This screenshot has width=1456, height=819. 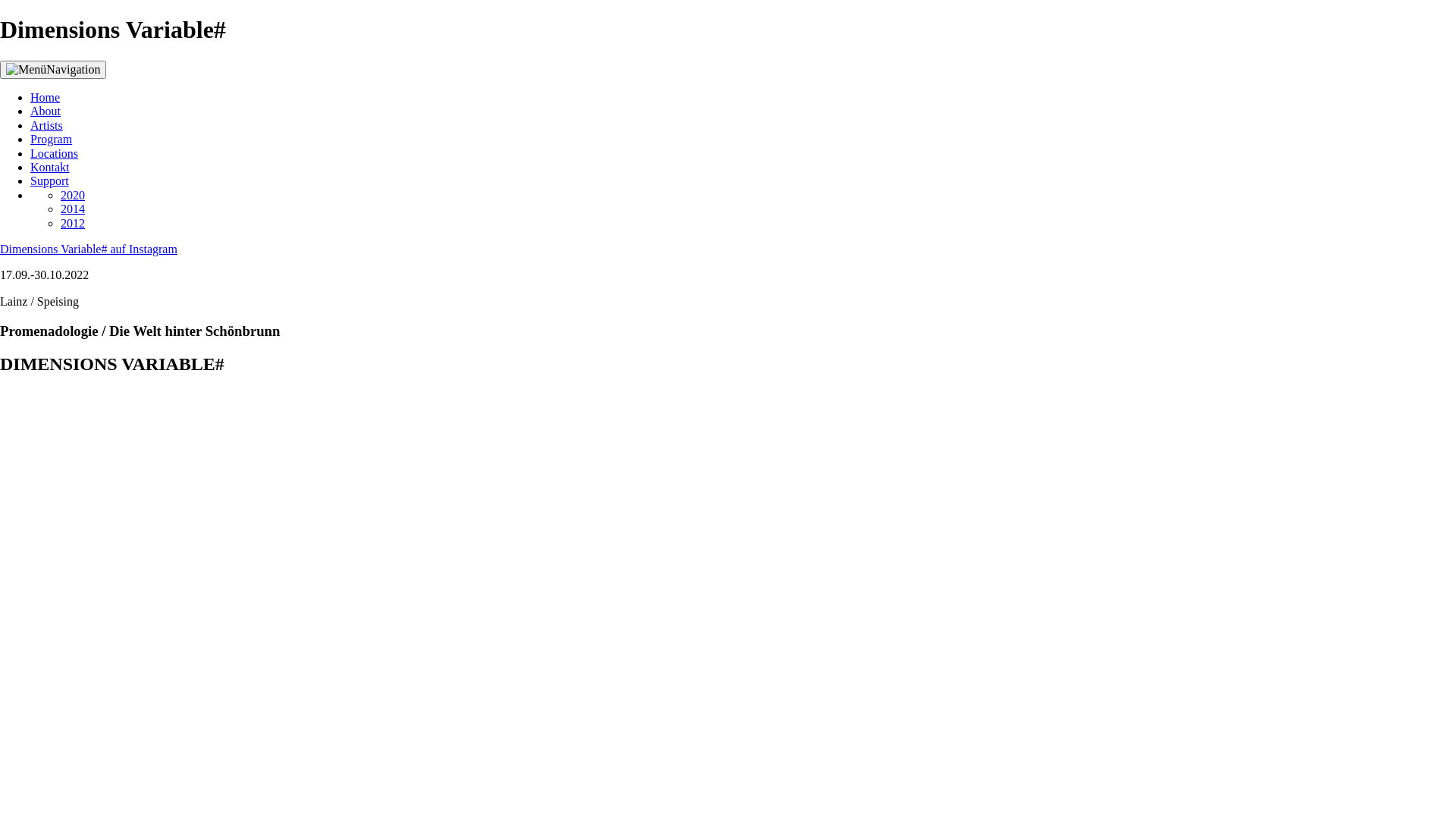 What do you see at coordinates (45, 97) in the screenshot?
I see `'Home'` at bounding box center [45, 97].